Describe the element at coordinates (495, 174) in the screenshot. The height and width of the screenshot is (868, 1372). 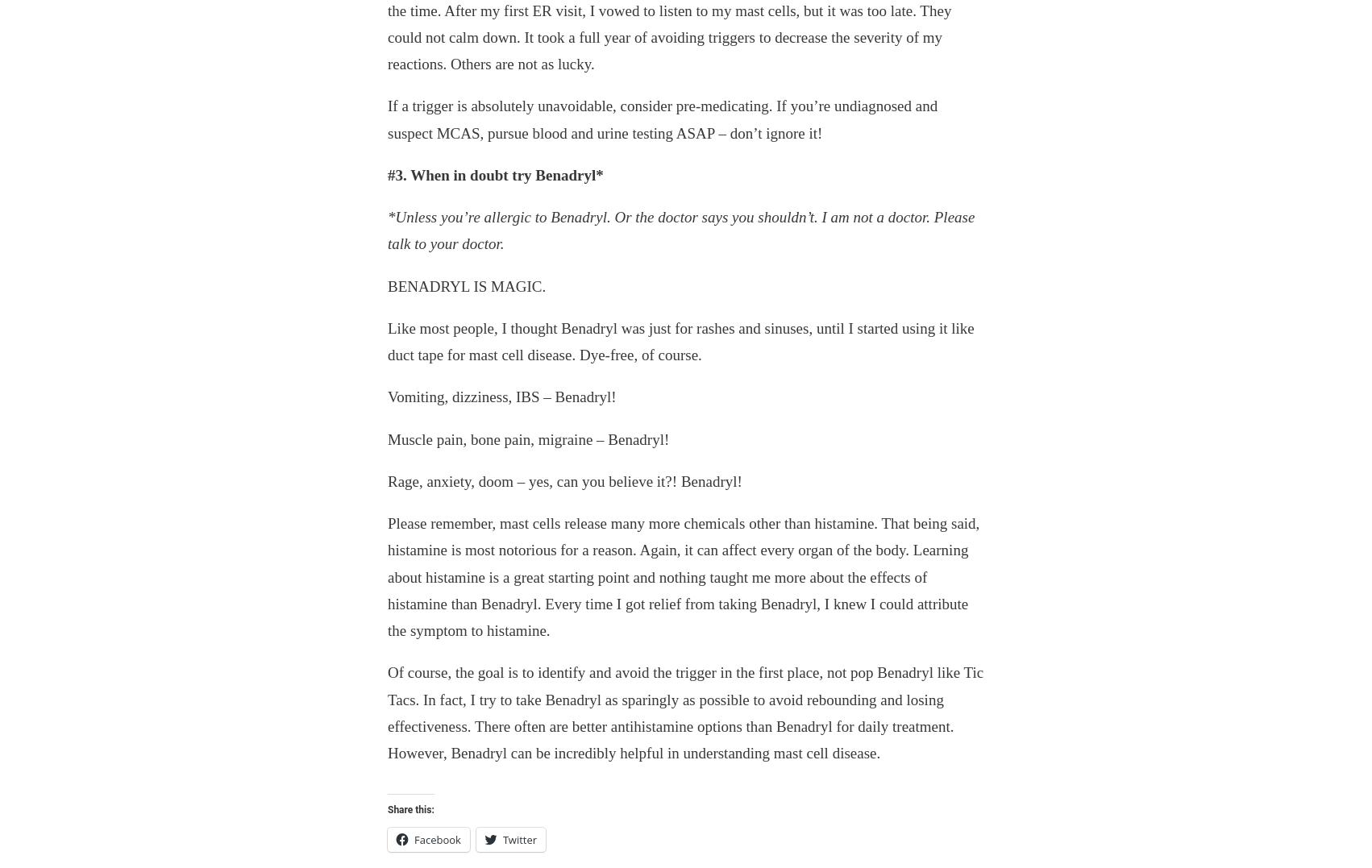
I see `'#3. When in doubt try Benadryl*'` at that location.